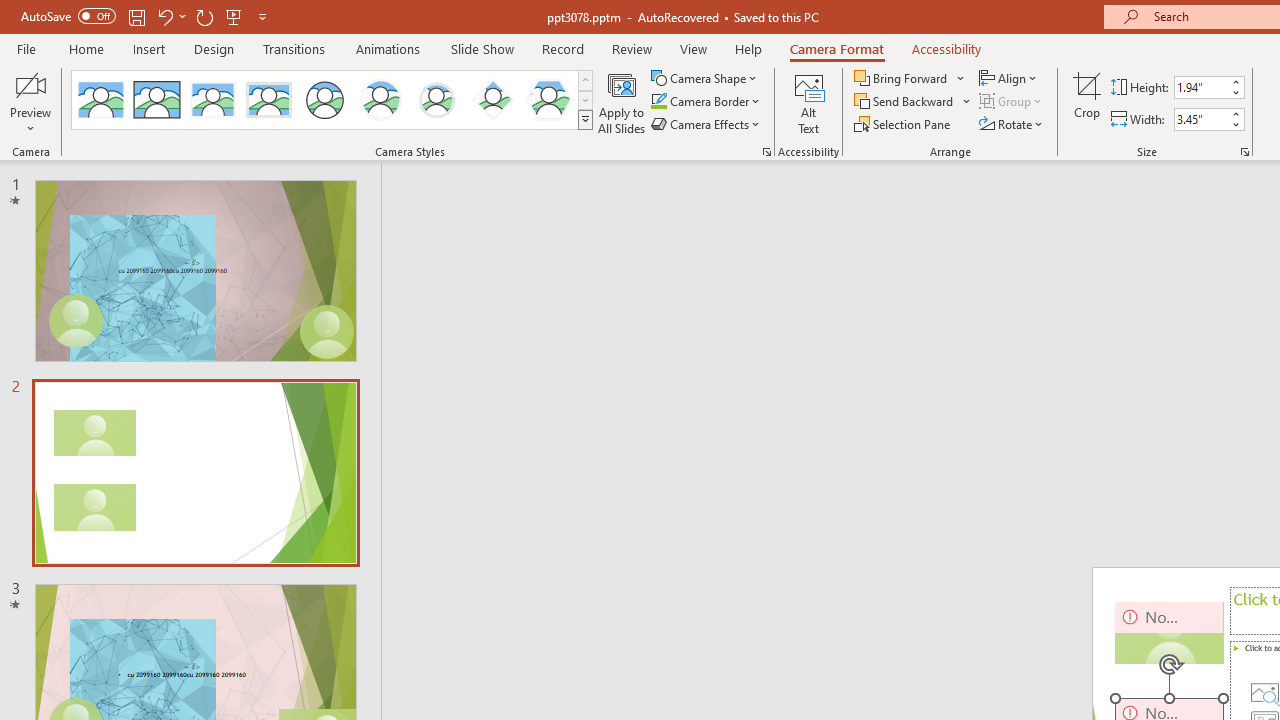 The height and width of the screenshot is (720, 1280). Describe the element at coordinates (584, 120) in the screenshot. I see `'Camera Styles'` at that location.